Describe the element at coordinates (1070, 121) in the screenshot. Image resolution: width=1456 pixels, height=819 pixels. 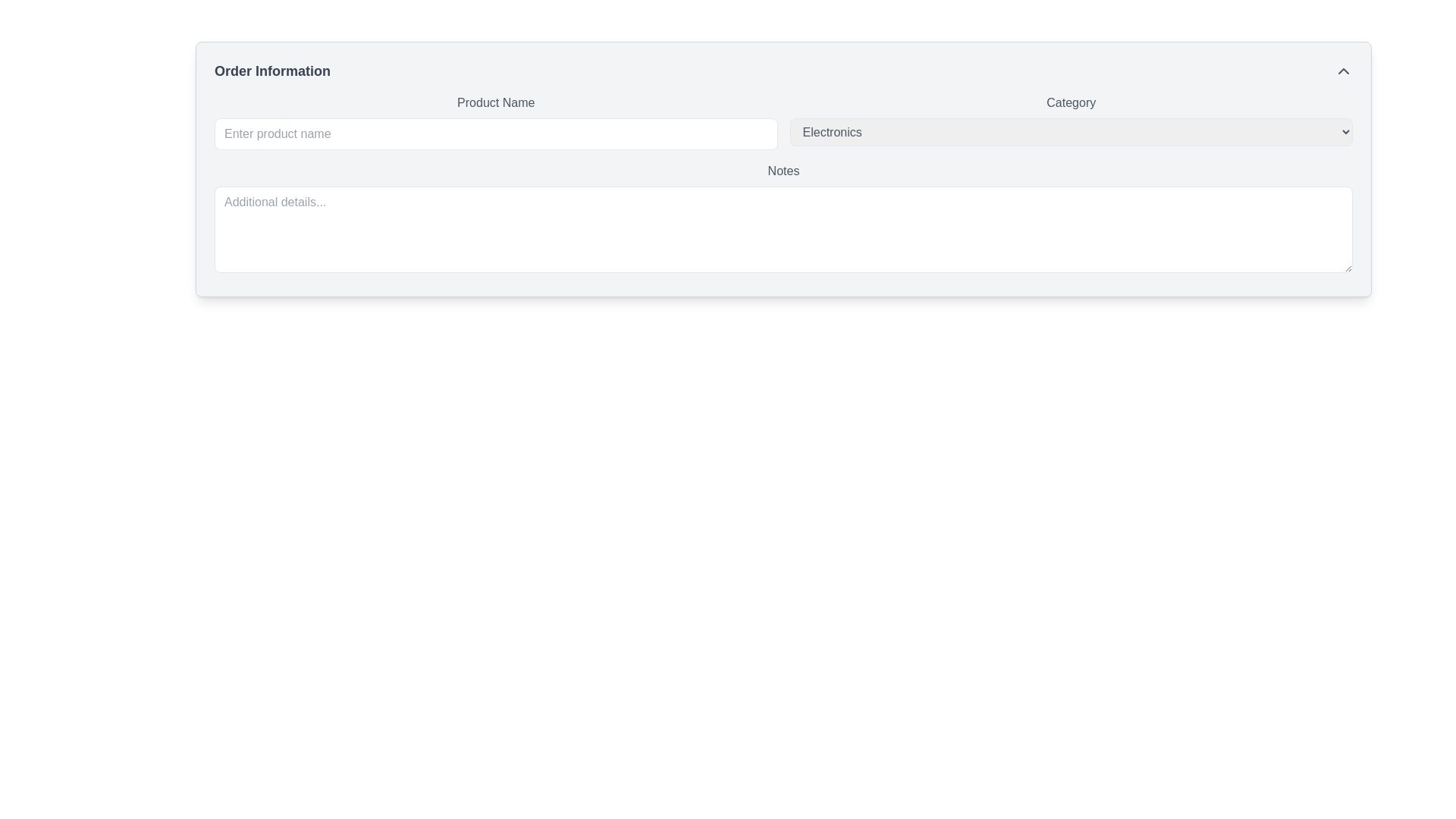
I see `the dropdown menu located in the top-right section of the 'Order Information' form` at that location.